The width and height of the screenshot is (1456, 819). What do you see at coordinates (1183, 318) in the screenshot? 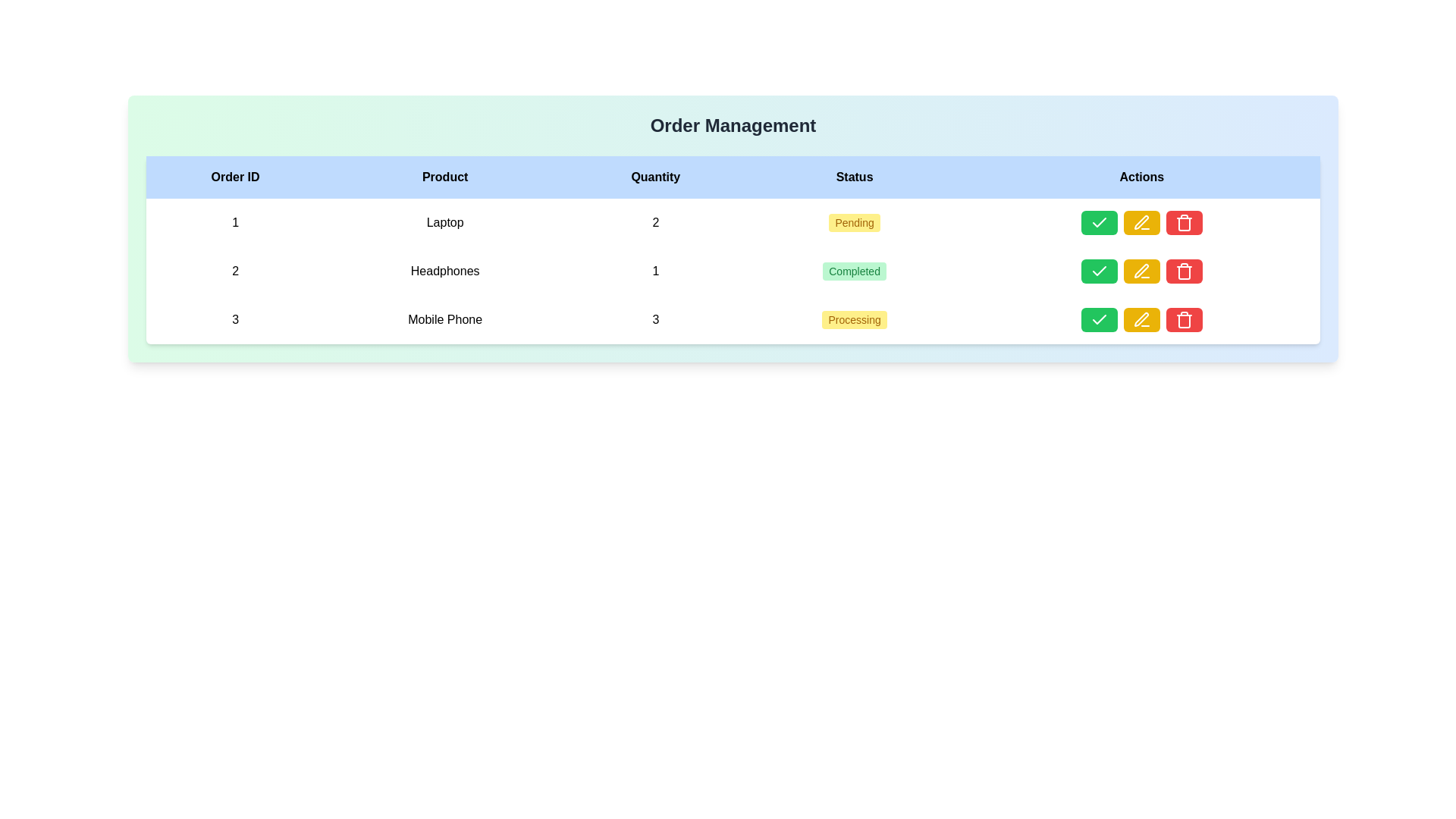
I see `the delete button located in the third column of the 'Actions' section in the third row of the table` at bounding box center [1183, 318].